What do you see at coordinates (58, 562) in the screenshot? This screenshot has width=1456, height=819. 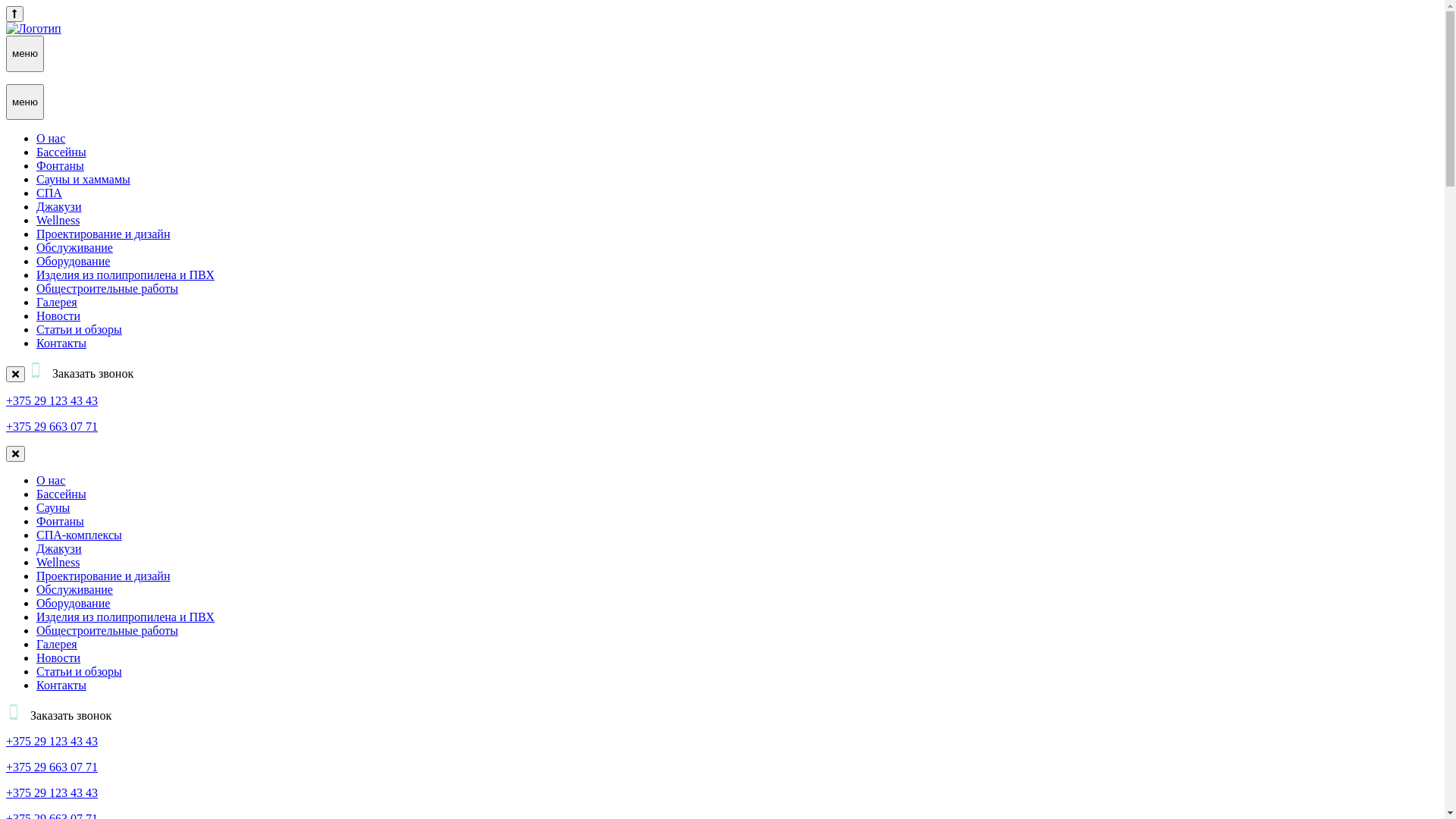 I see `'Wellness'` at bounding box center [58, 562].